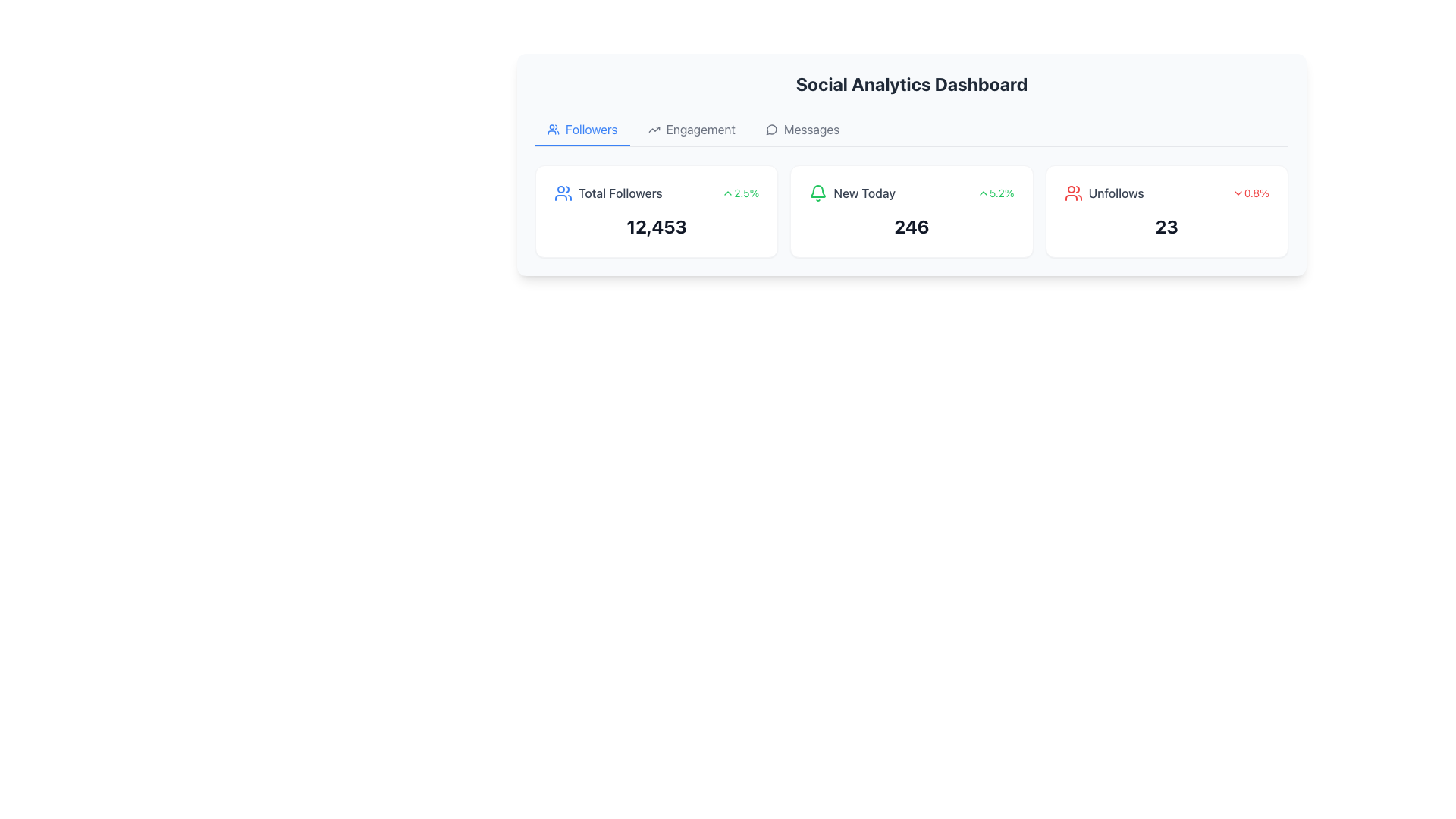 This screenshot has height=819, width=1456. What do you see at coordinates (691, 130) in the screenshot?
I see `the 'Engagement' button, which is the second clickable menu item in a row of three options` at bounding box center [691, 130].